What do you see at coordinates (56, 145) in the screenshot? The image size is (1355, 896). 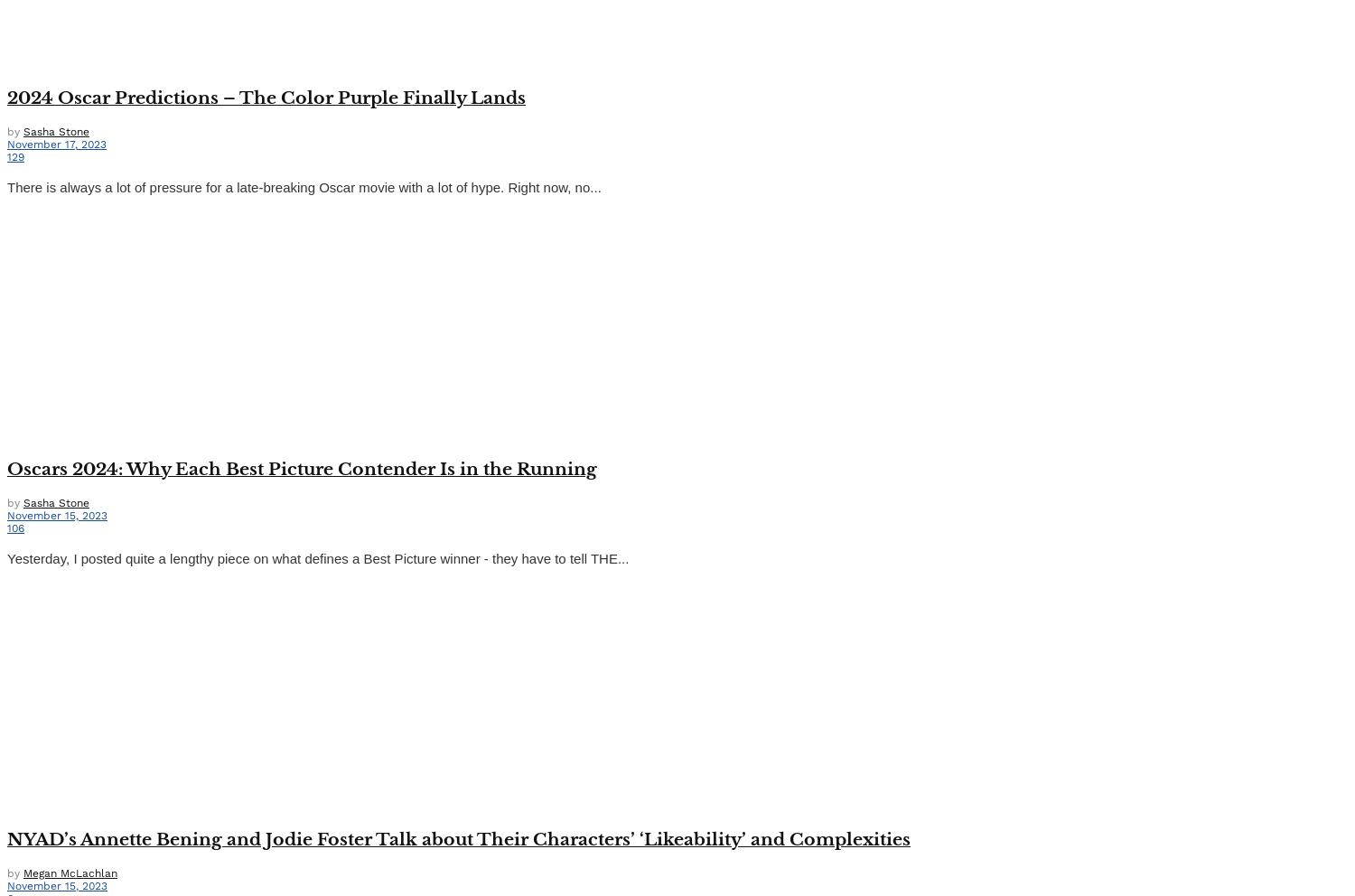 I see `'November 17, 2023'` at bounding box center [56, 145].